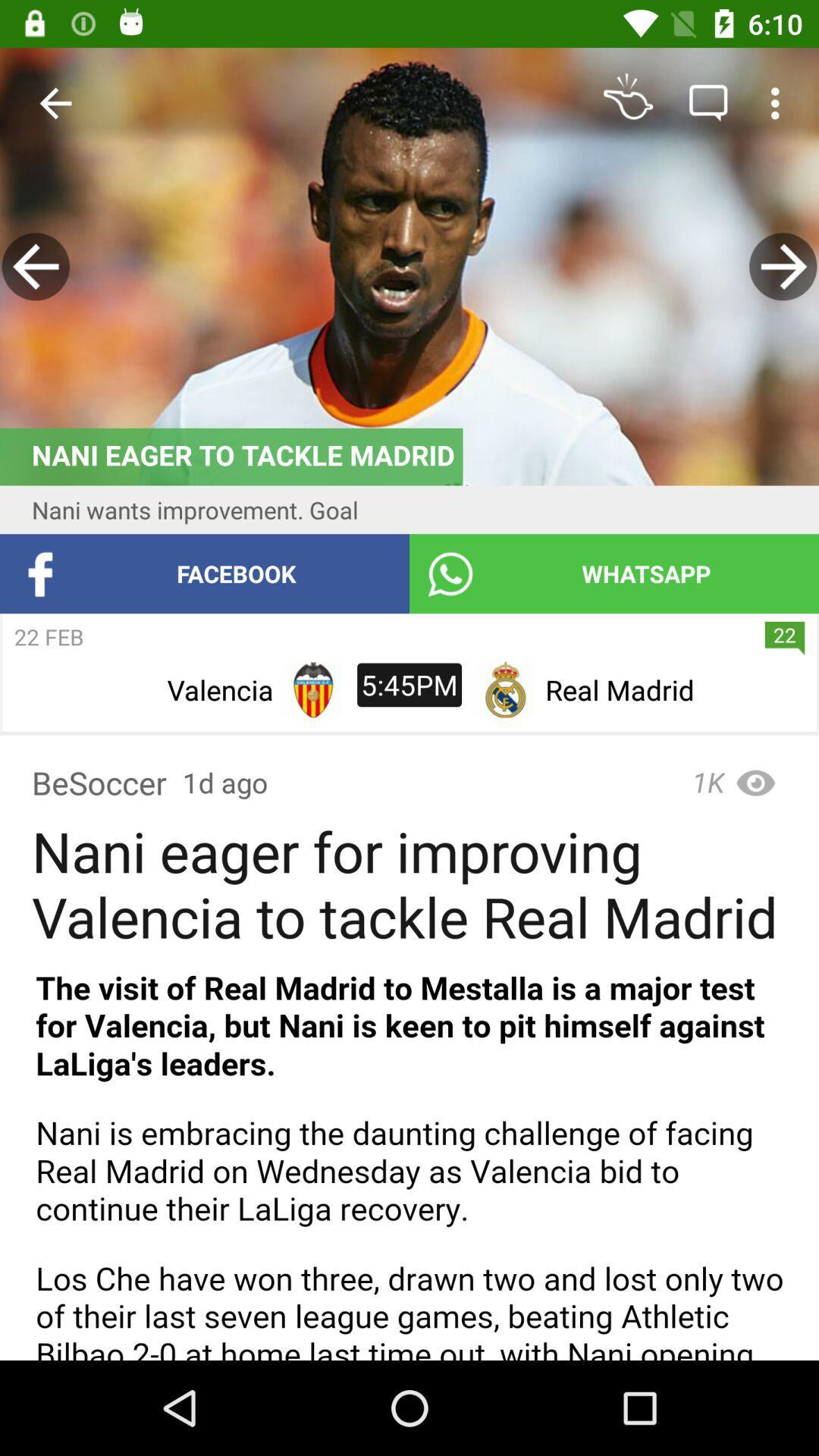  Describe the element at coordinates (783, 266) in the screenshot. I see `next page` at that location.